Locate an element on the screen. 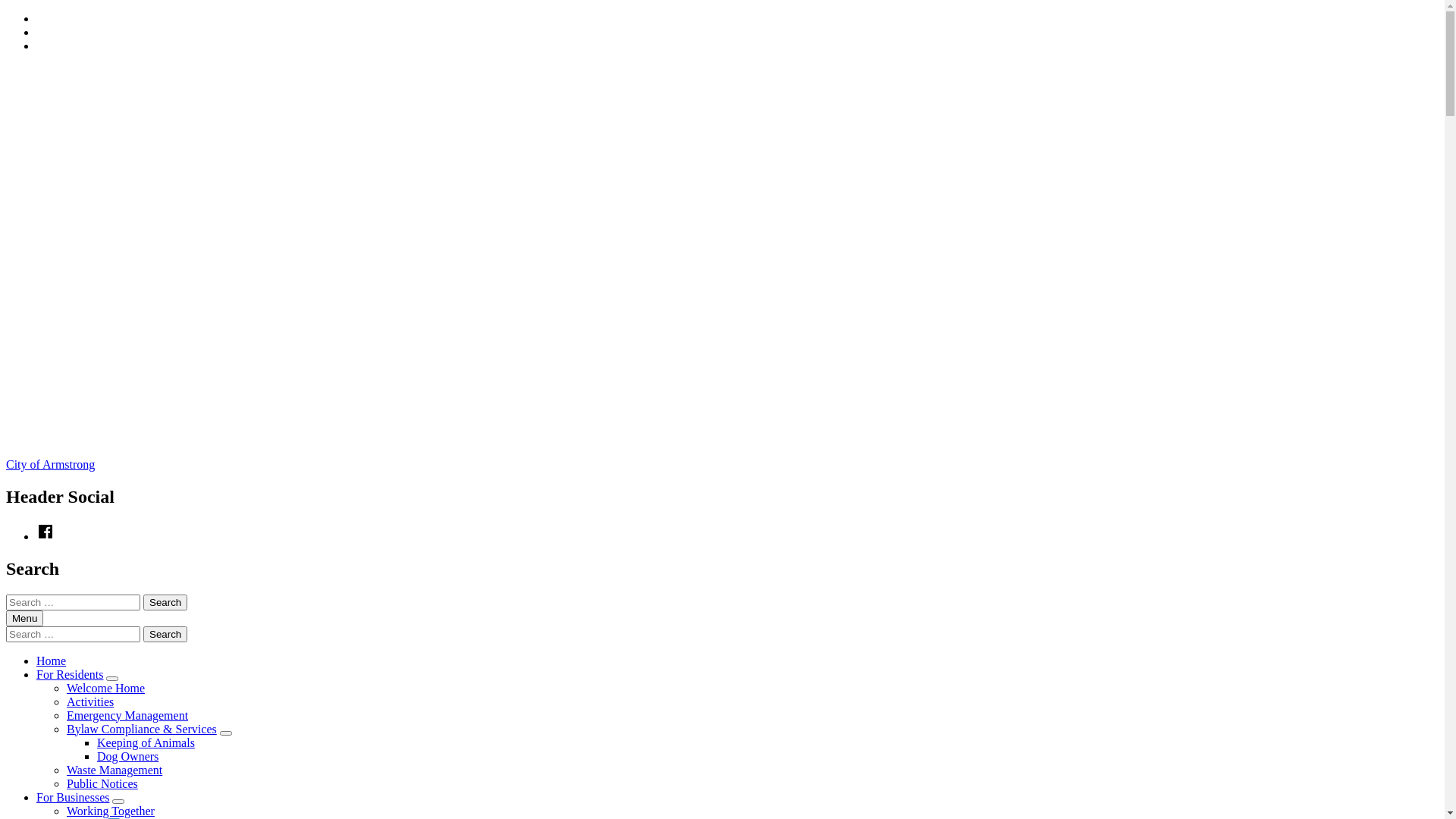 The height and width of the screenshot is (819, 1456). 'Skip to main navigation' is located at coordinates (36, 11).